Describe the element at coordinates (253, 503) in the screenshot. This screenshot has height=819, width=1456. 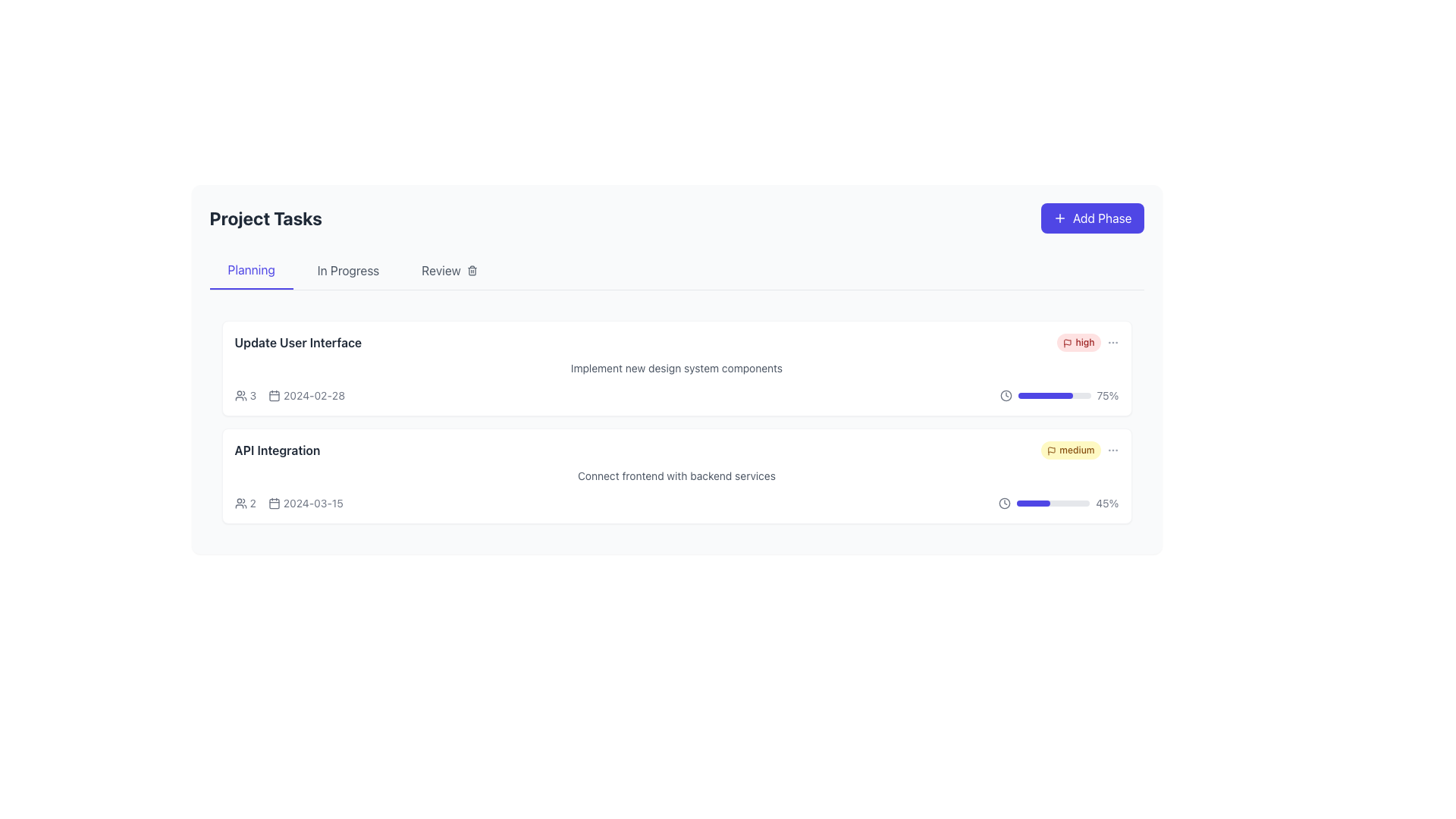
I see `displayed number of users associated with the task from the Text label located at the bottom left of the 'API Integration' panel, next to the user icon` at that location.